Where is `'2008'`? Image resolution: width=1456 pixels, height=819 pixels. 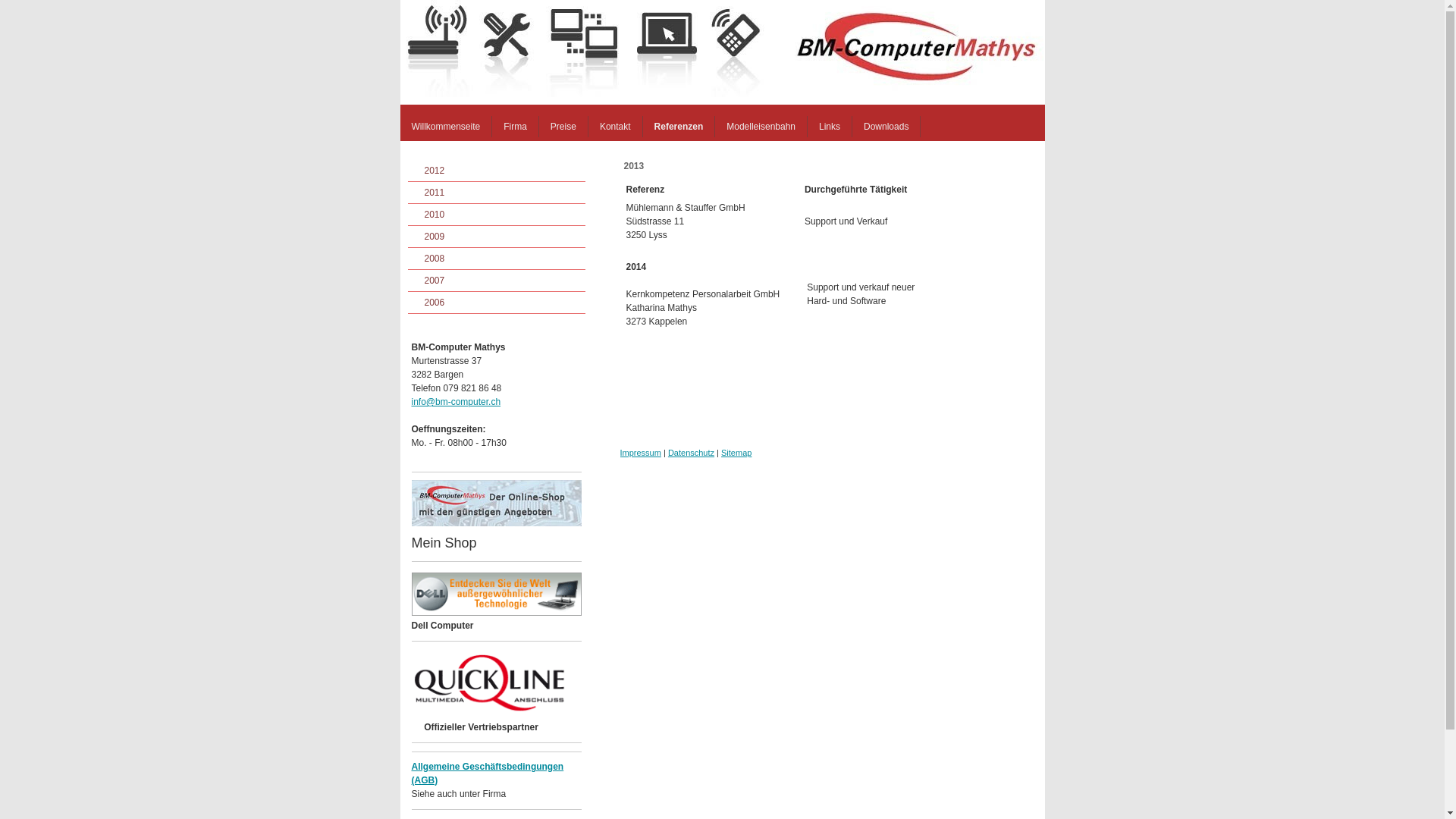
'2008' is located at coordinates (496, 258).